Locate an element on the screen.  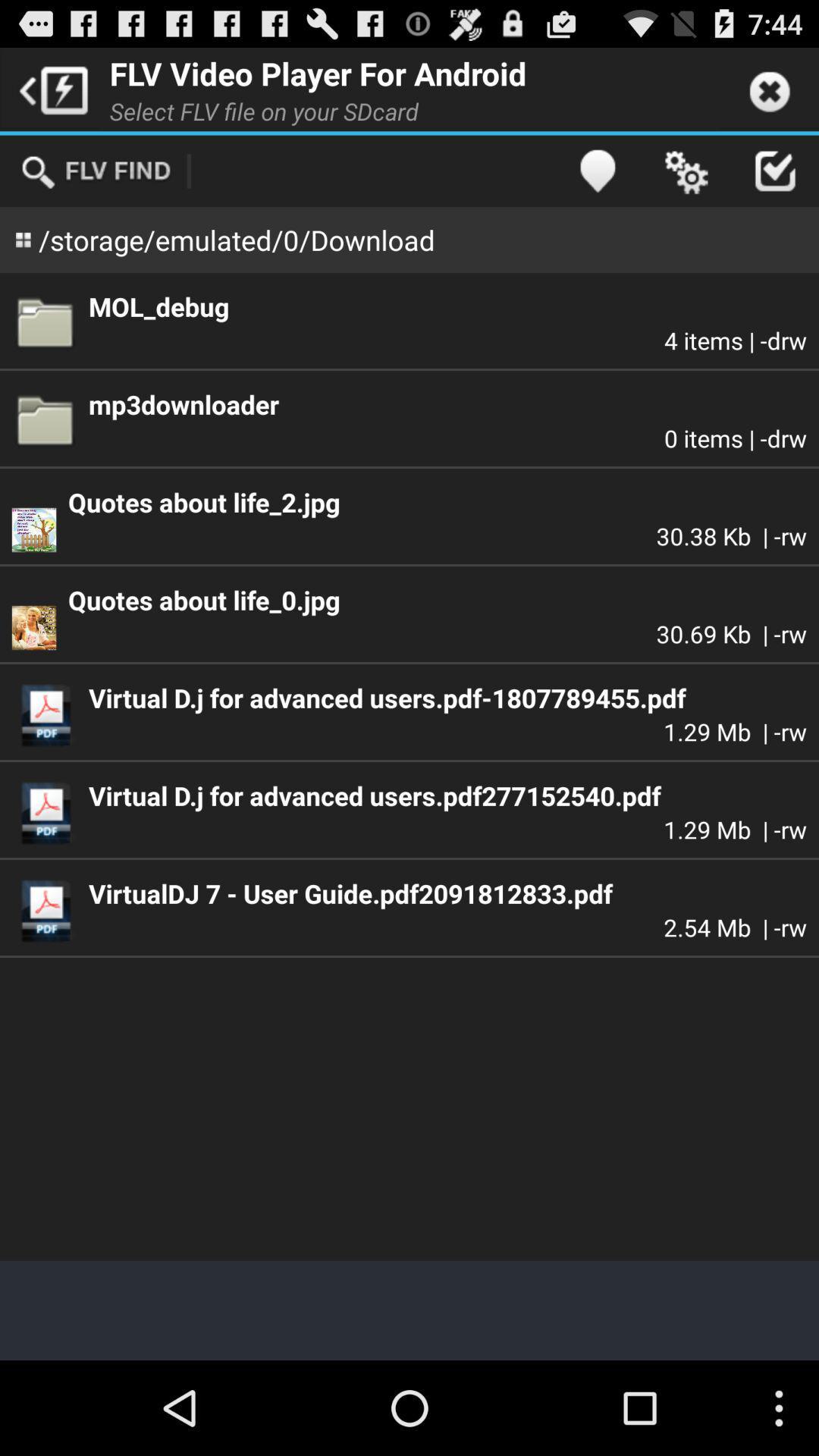
the mp3downloader item is located at coordinates (447, 404).